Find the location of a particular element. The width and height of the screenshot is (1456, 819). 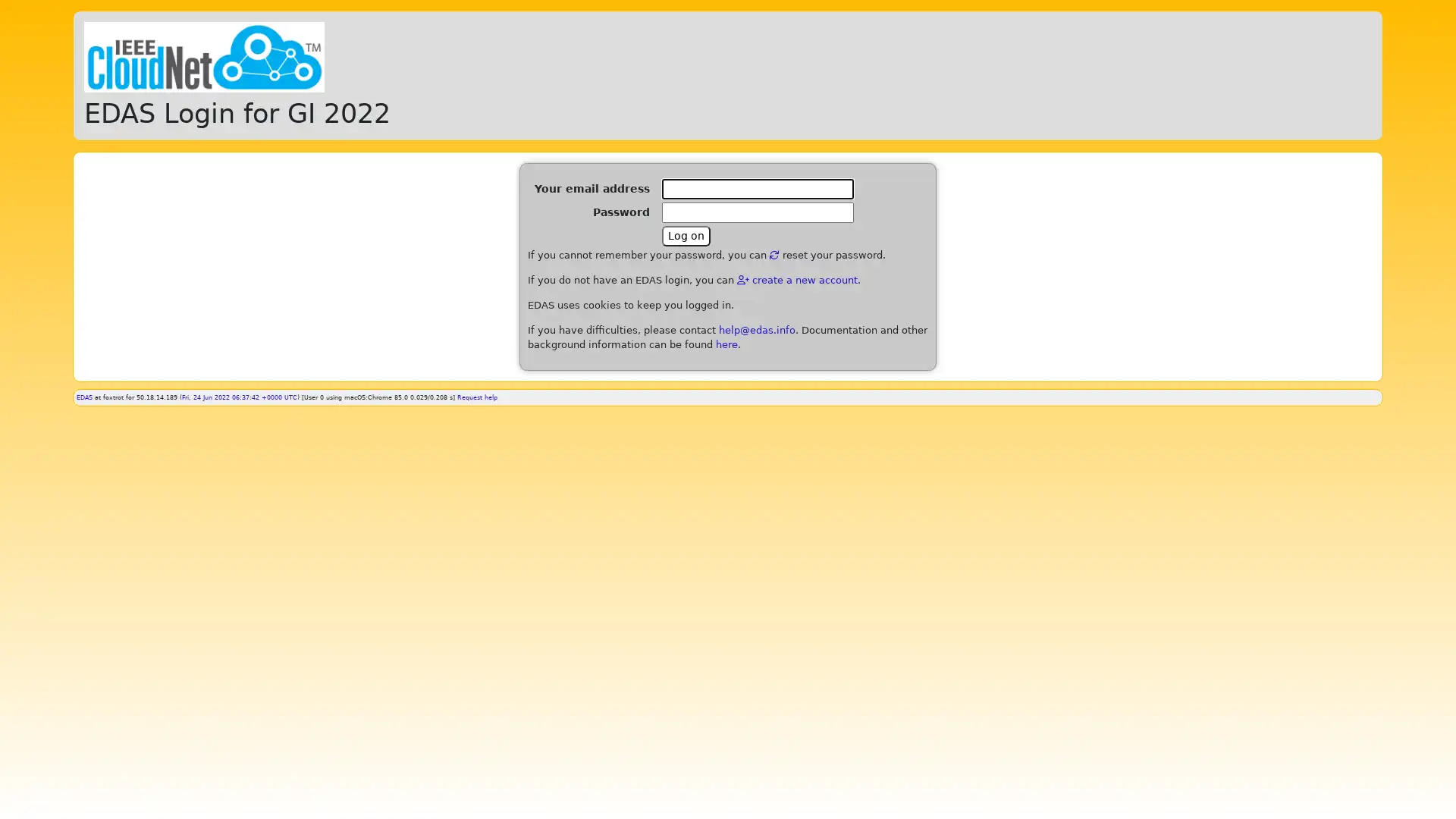

Log on is located at coordinates (686, 236).